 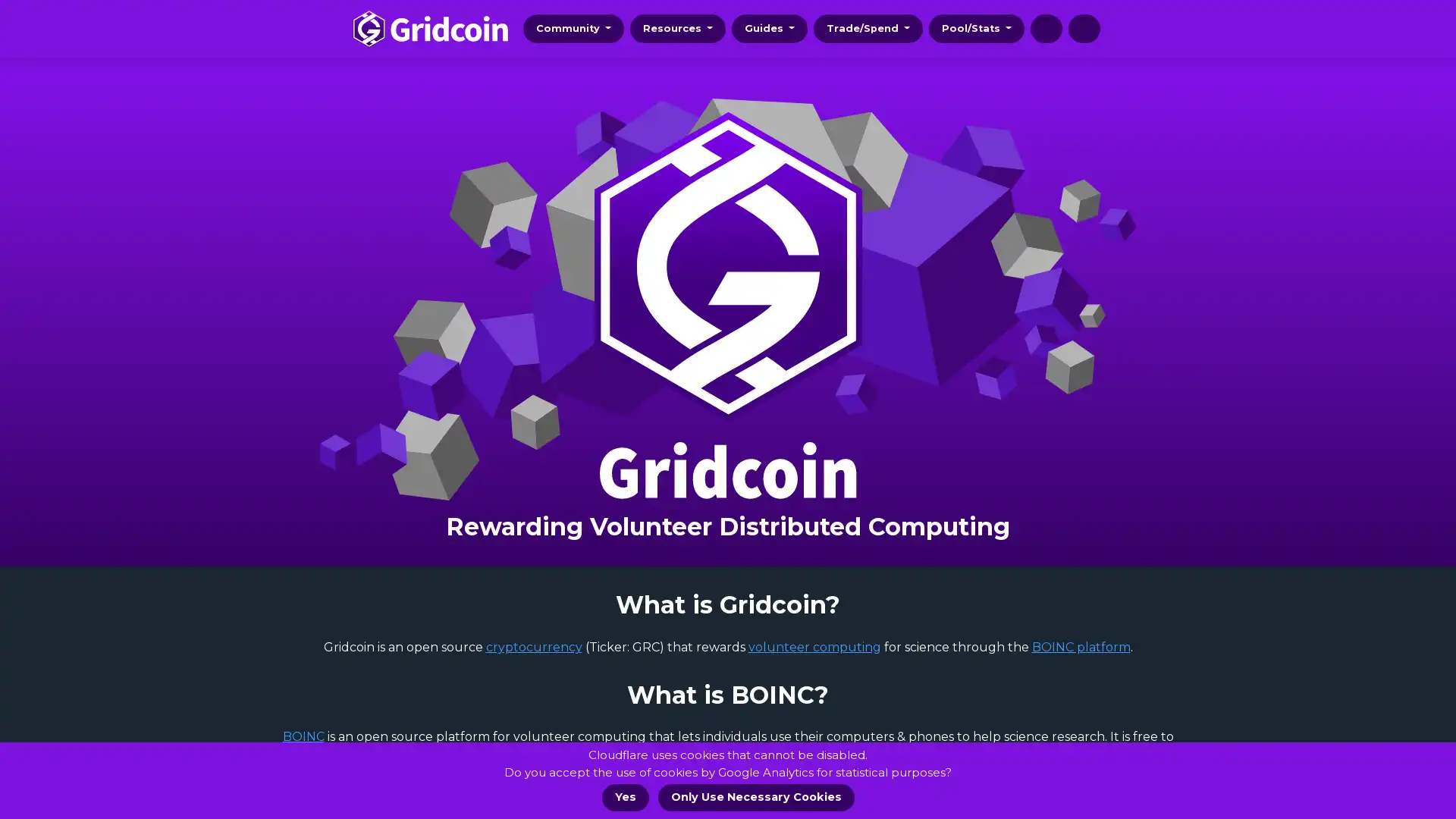 I want to click on Yes, so click(x=625, y=797).